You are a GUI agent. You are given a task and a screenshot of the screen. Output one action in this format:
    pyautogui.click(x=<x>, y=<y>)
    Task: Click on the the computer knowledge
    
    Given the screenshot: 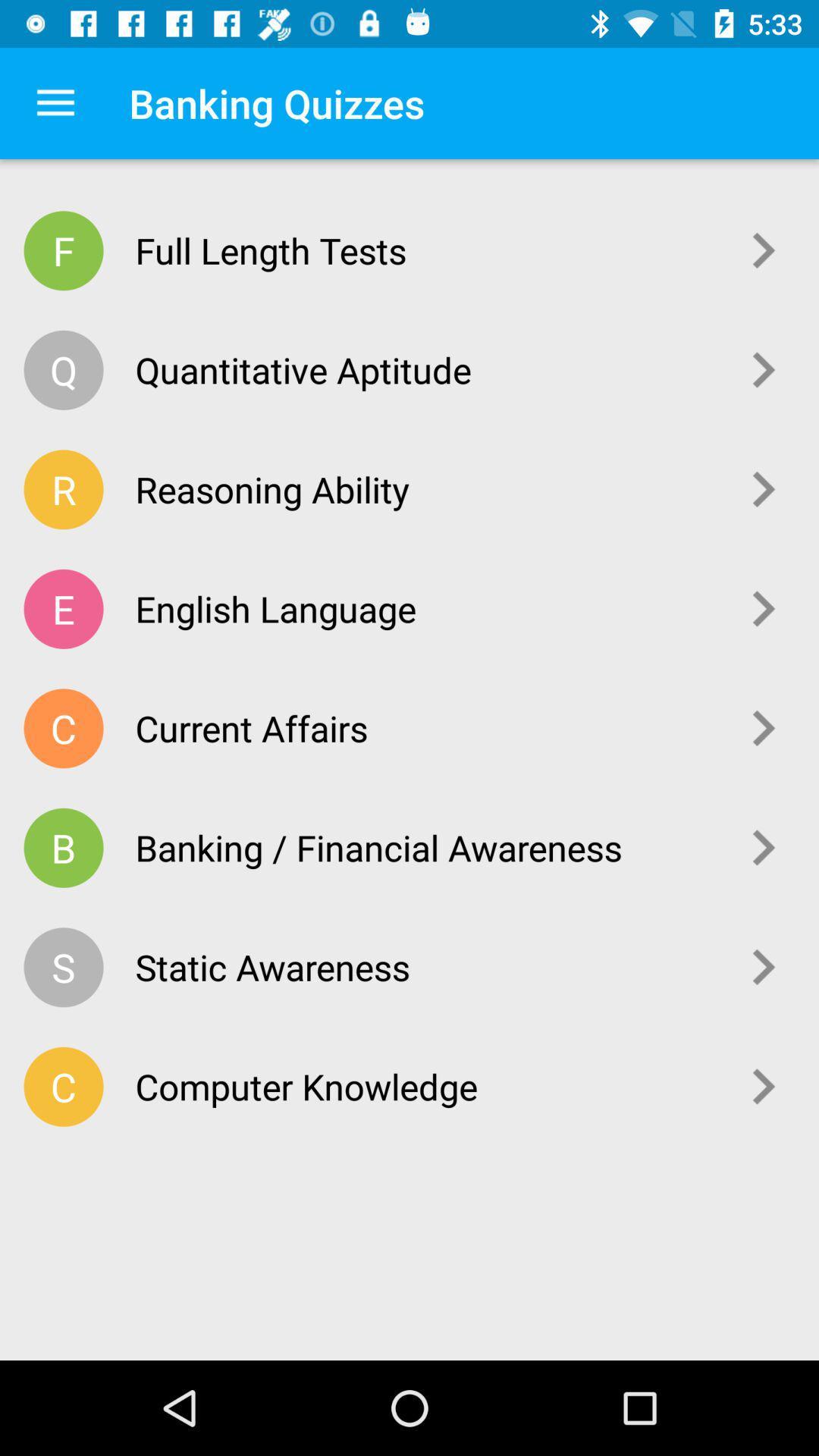 What is the action you would take?
    pyautogui.click(x=425, y=1085)
    